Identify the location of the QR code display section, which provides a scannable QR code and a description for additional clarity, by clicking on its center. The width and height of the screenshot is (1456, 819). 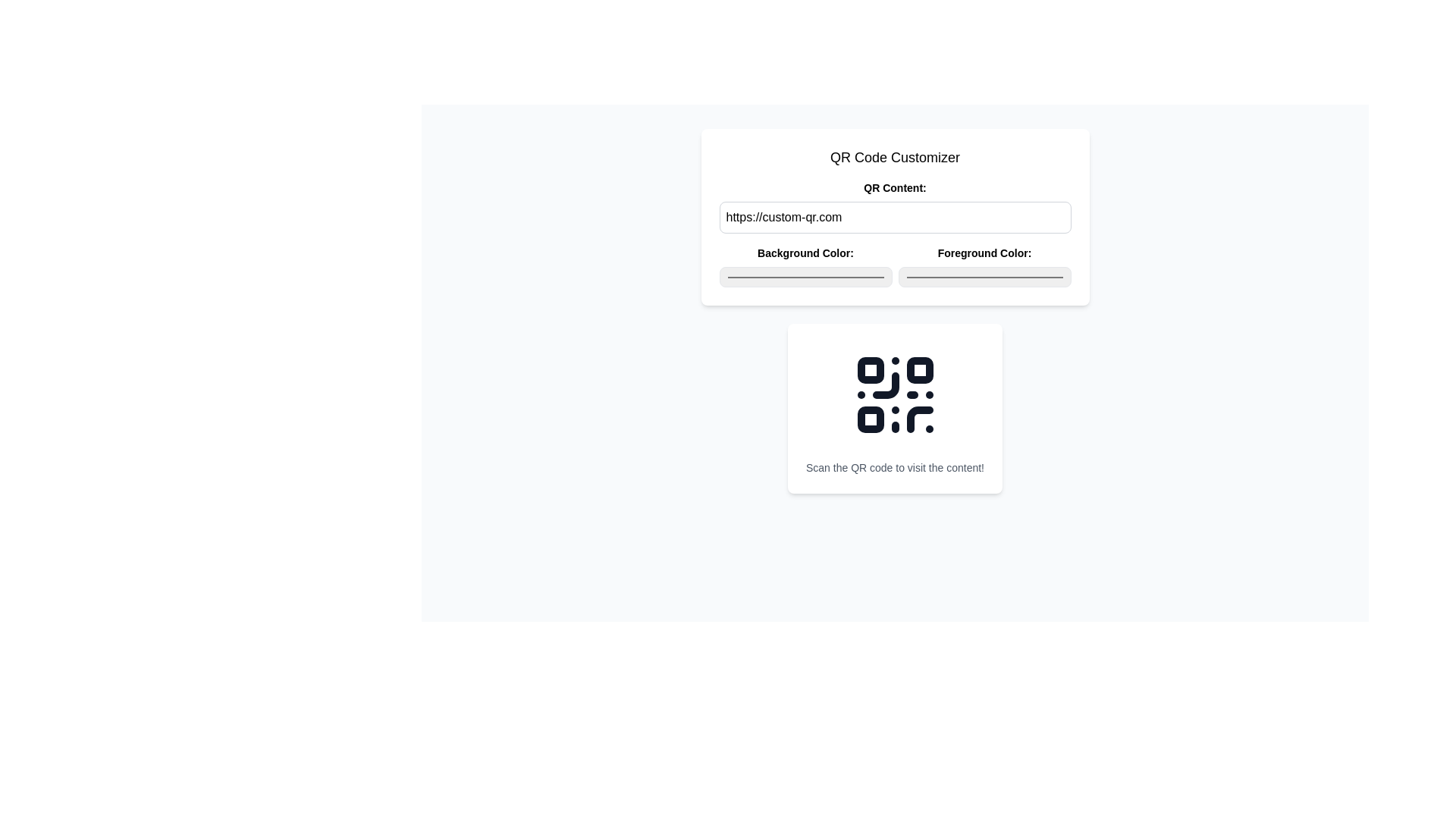
(895, 408).